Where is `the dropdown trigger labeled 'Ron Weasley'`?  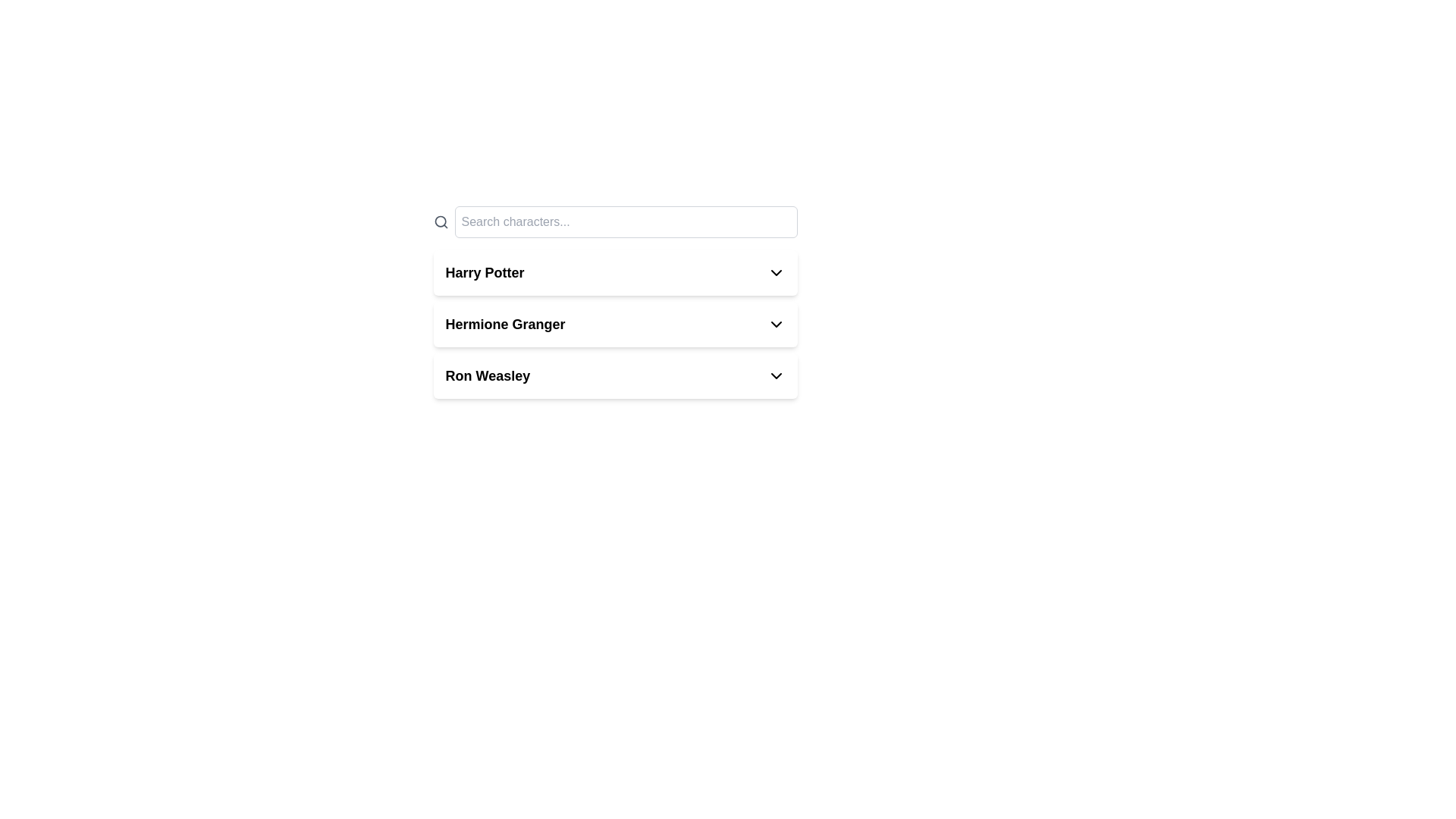 the dropdown trigger labeled 'Ron Weasley' is located at coordinates (615, 375).